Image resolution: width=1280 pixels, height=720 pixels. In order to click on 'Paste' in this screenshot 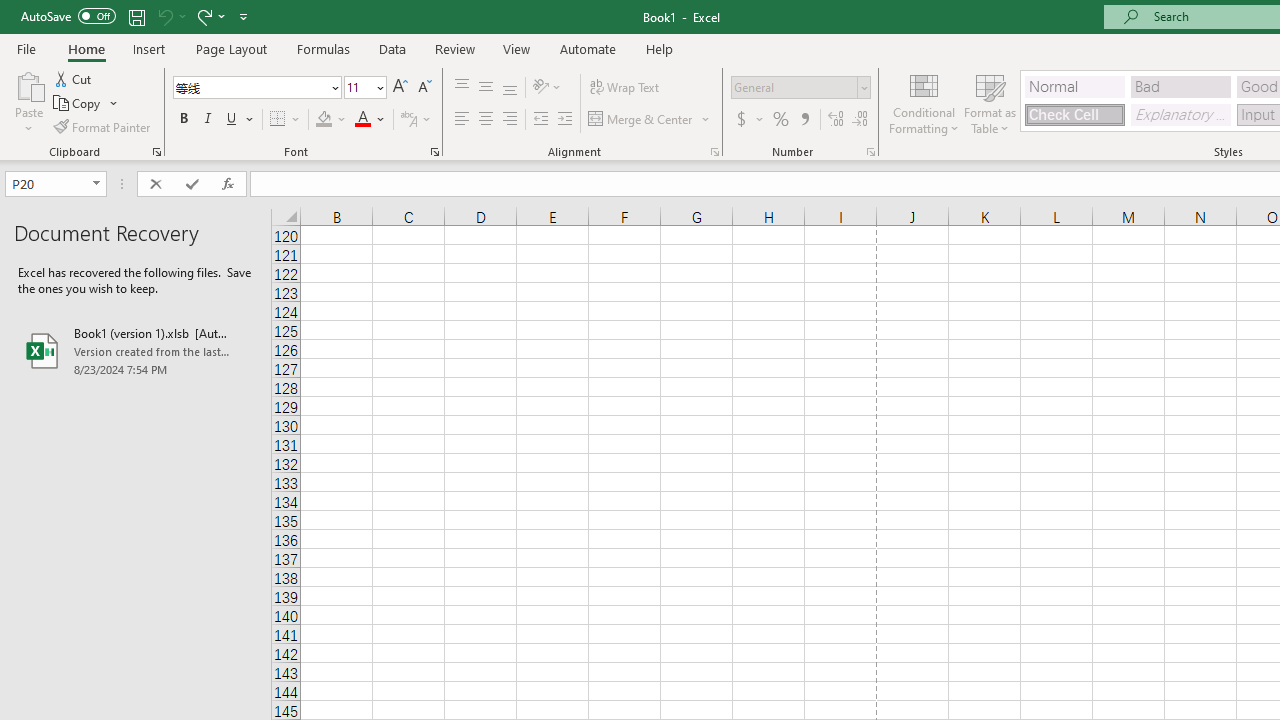, I will do `click(28, 103)`.